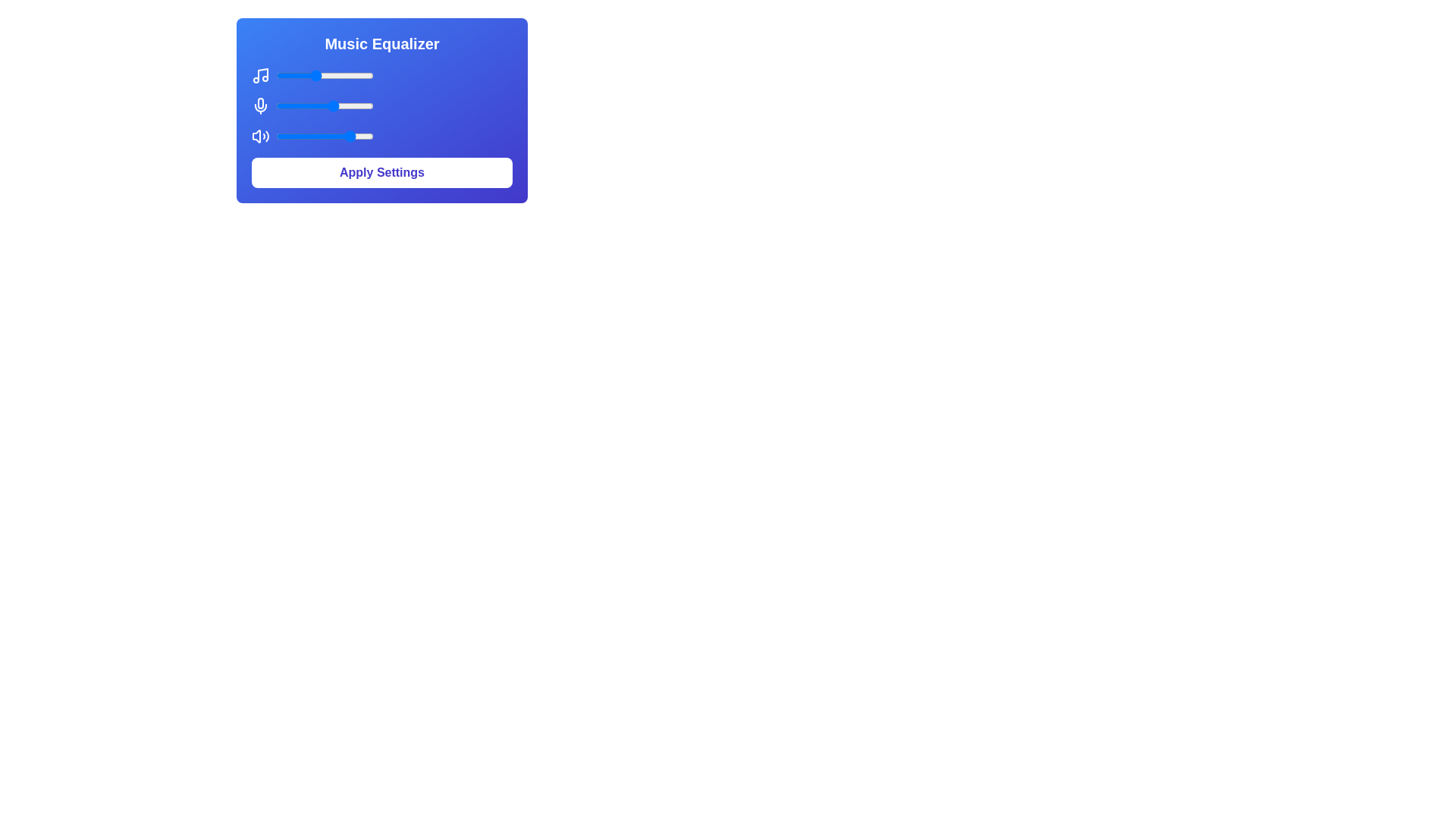  What do you see at coordinates (353, 76) in the screenshot?
I see `the music level` at bounding box center [353, 76].